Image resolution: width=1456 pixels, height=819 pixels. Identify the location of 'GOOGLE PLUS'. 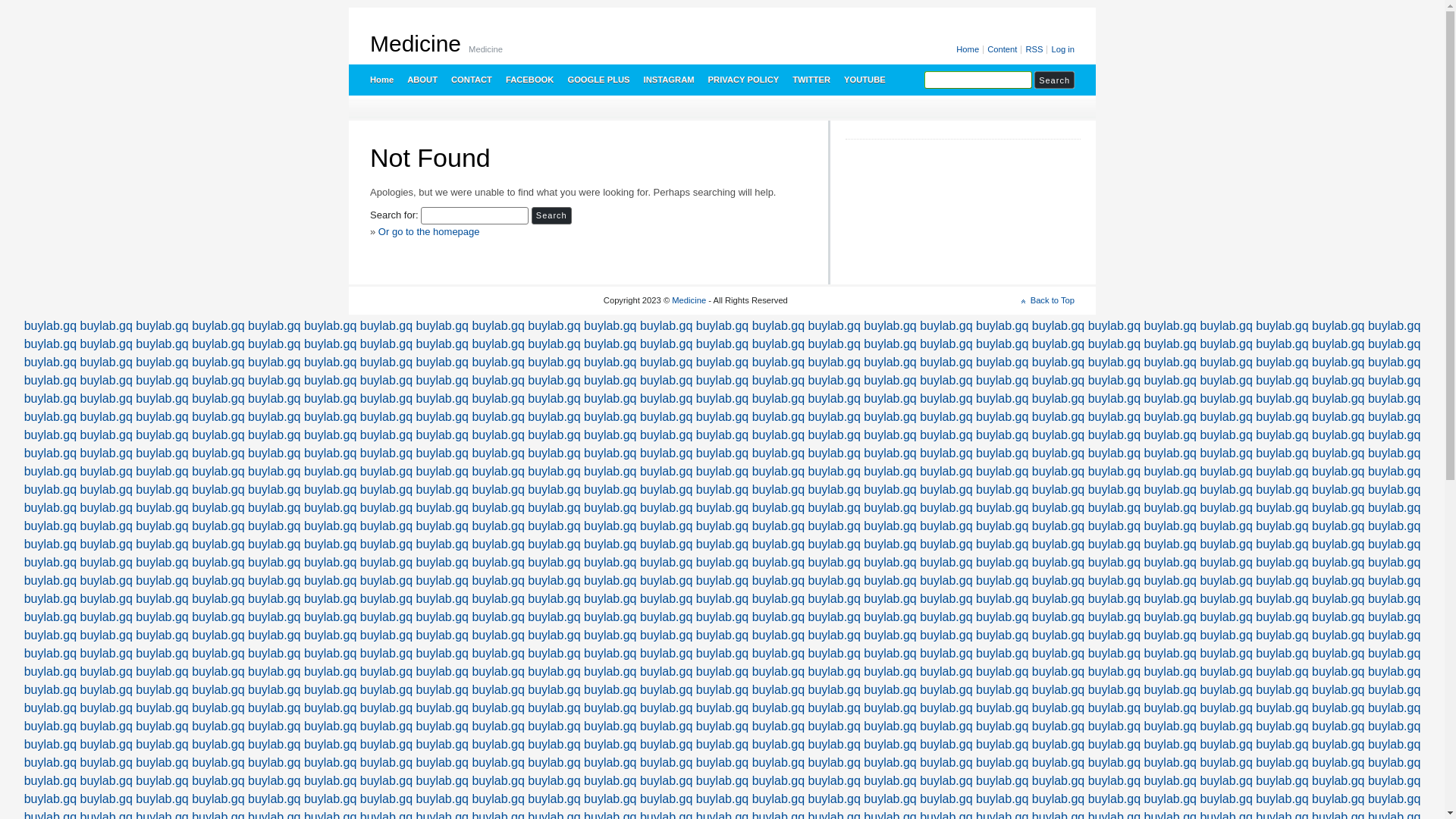
(596, 79).